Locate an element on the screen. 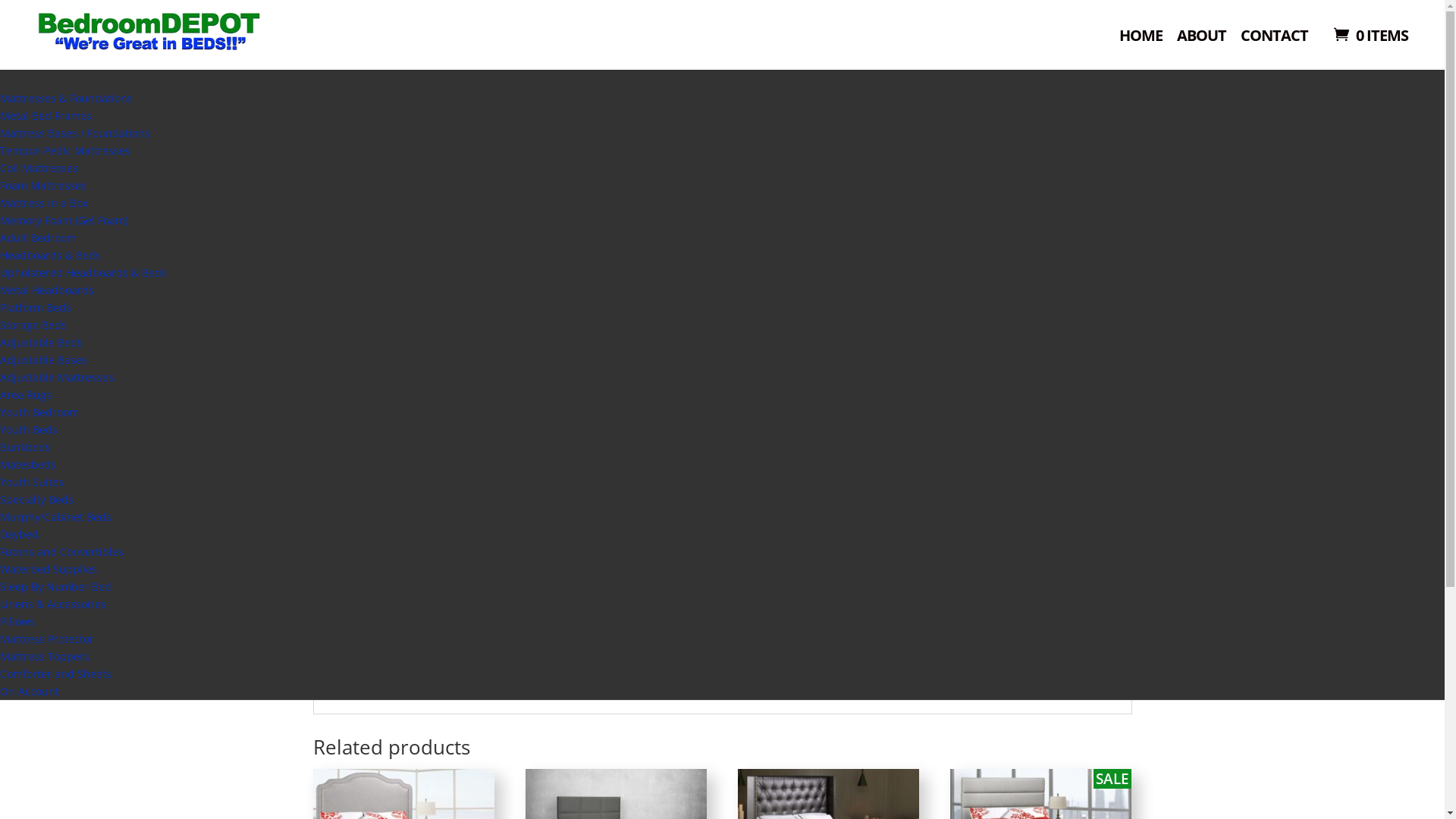  'Foam Mattresses' is located at coordinates (0, 184).